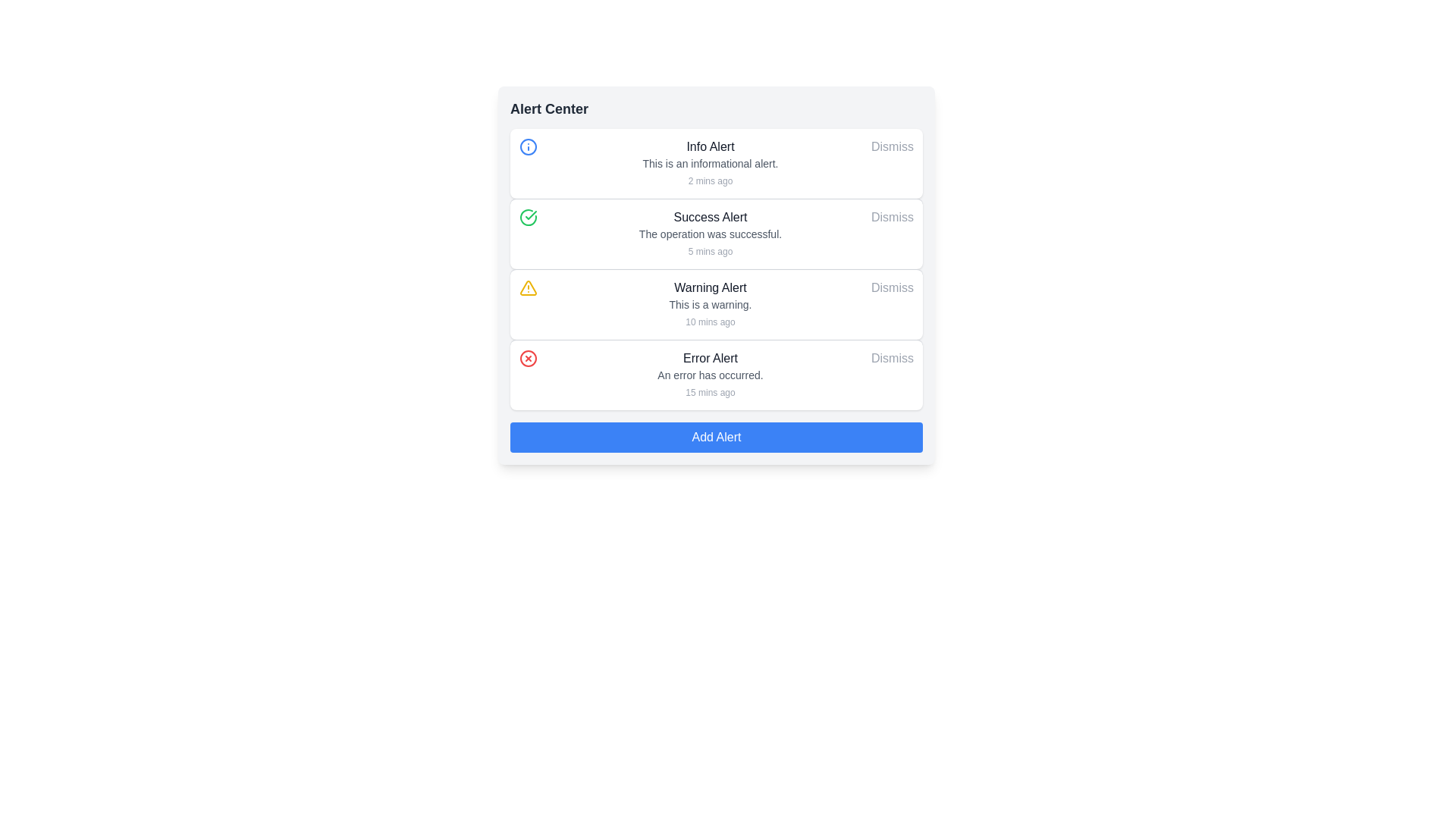 The height and width of the screenshot is (819, 1456). Describe the element at coordinates (716, 275) in the screenshot. I see `the 'Warning Alert' section in the alerts list` at that location.